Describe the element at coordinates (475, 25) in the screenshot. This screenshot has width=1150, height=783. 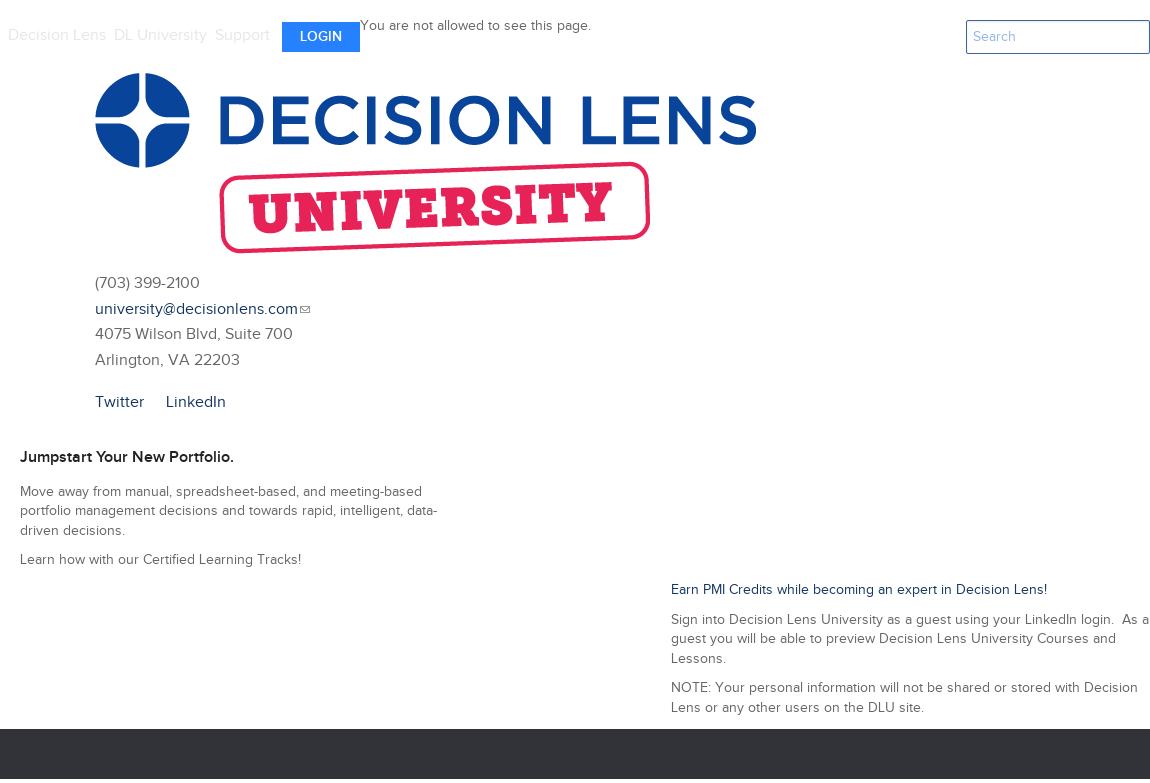
I see `'You are not allowed to see this page.'` at that location.